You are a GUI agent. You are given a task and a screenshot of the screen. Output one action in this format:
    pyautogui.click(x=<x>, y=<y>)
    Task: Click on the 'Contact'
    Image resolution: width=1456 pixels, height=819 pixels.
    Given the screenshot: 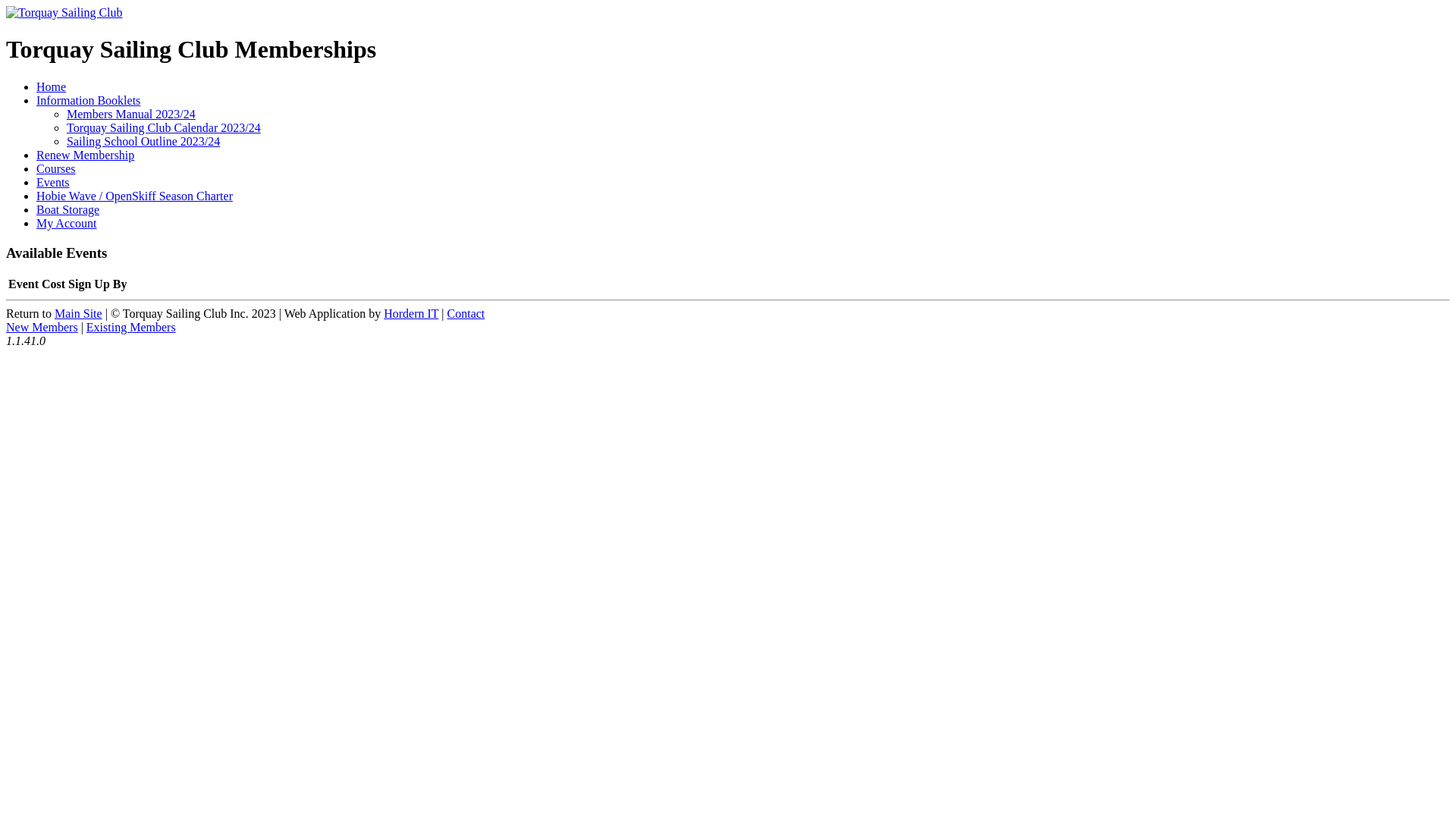 What is the action you would take?
    pyautogui.click(x=465, y=312)
    